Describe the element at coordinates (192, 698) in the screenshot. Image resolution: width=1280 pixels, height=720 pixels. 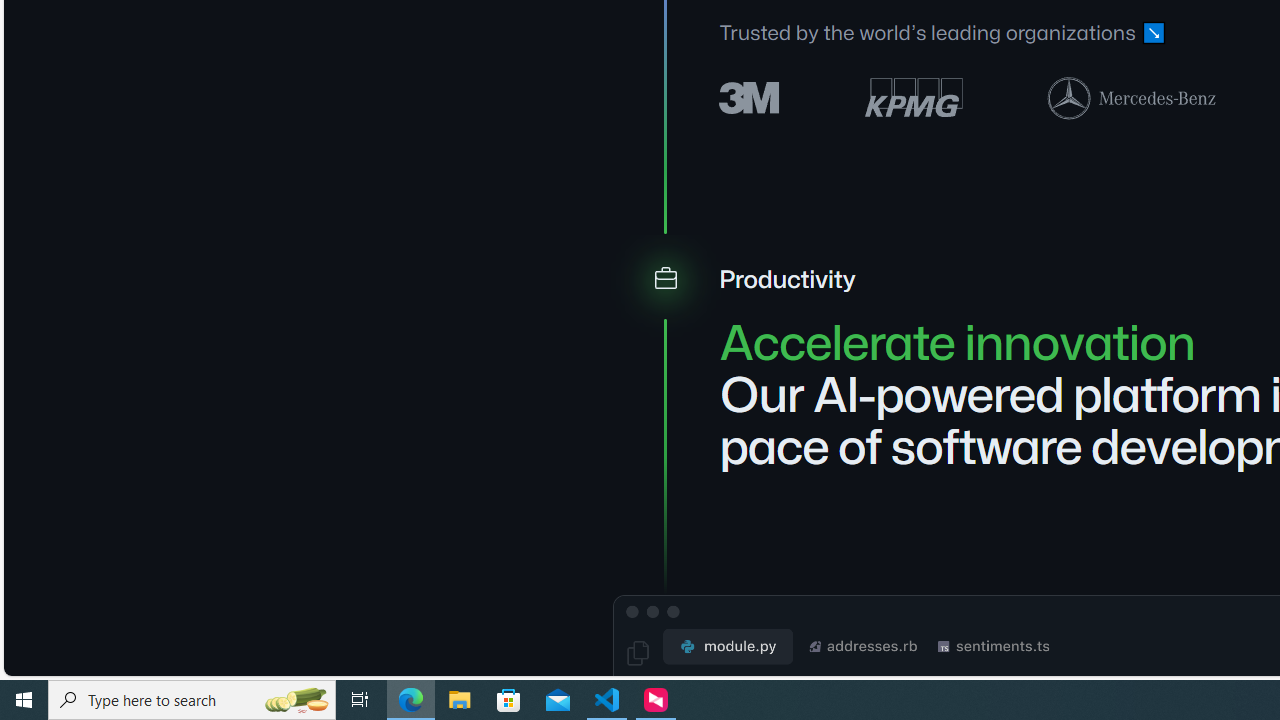
I see `'Type here to search'` at that location.